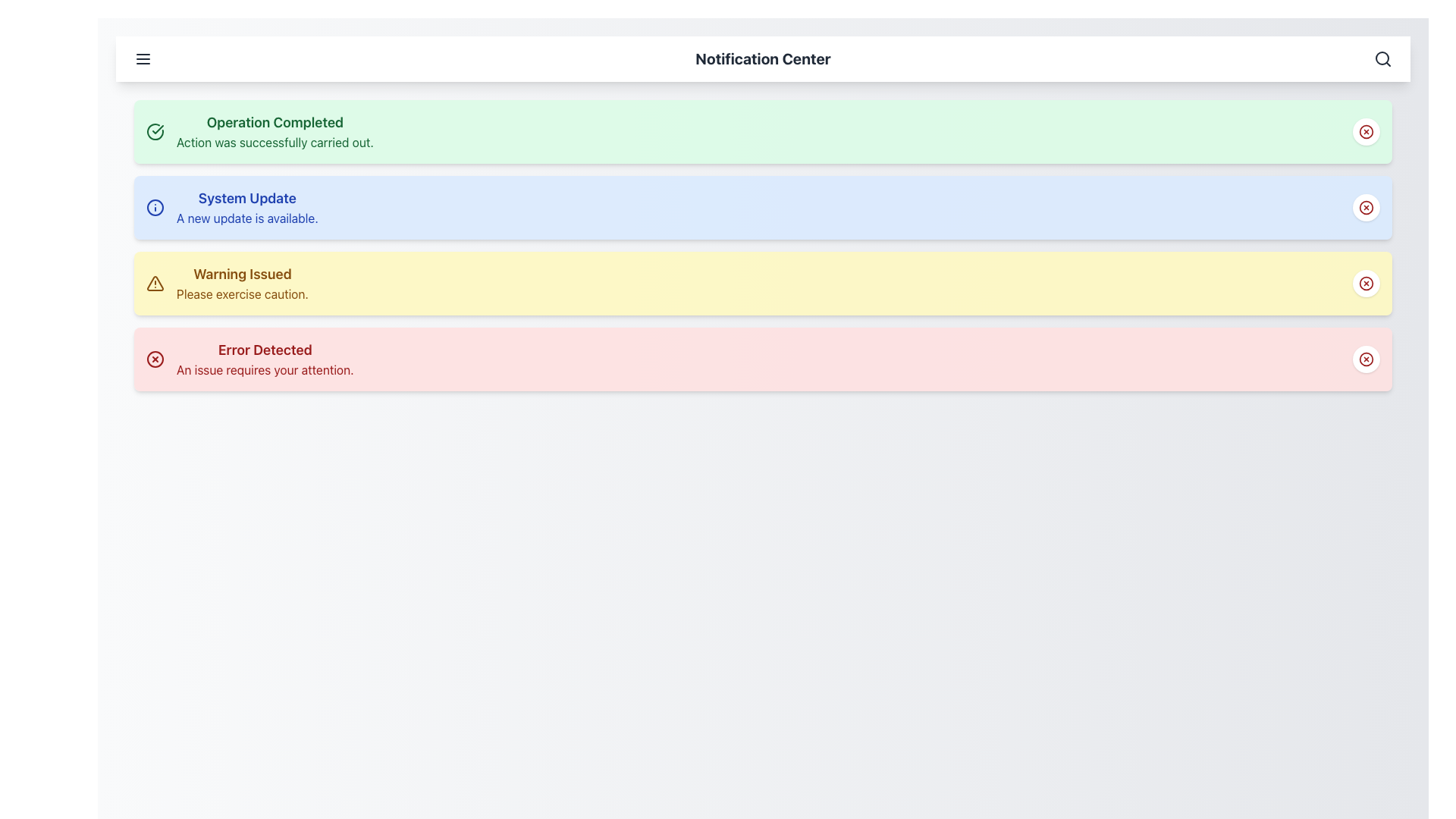 This screenshot has height=819, width=1456. What do you see at coordinates (1366, 207) in the screenshot?
I see `the small circular red button with a white cross at the far-right end of the 'System Update' notification` at bounding box center [1366, 207].